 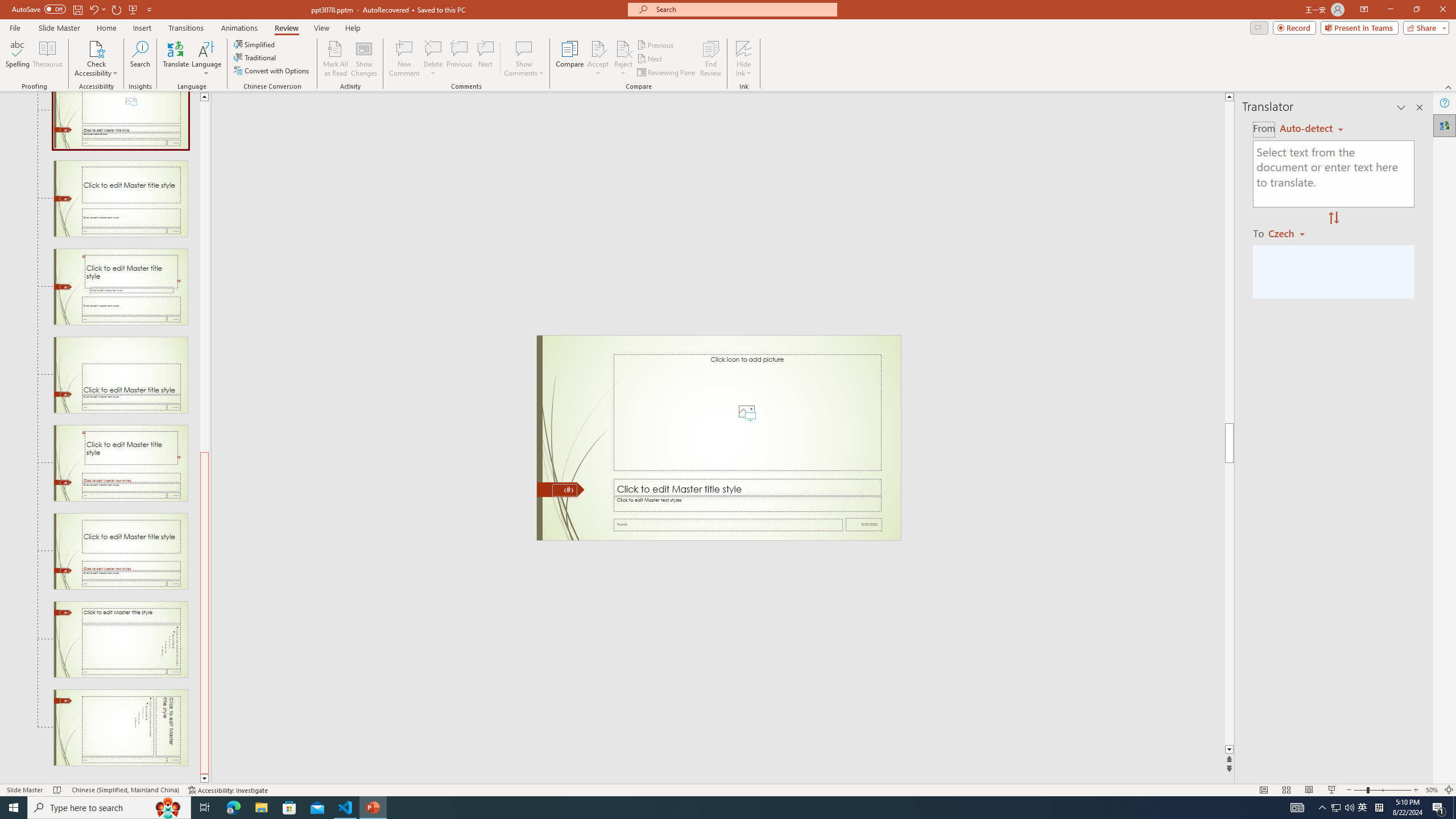 What do you see at coordinates (403, 59) in the screenshot?
I see `'New Comment'` at bounding box center [403, 59].